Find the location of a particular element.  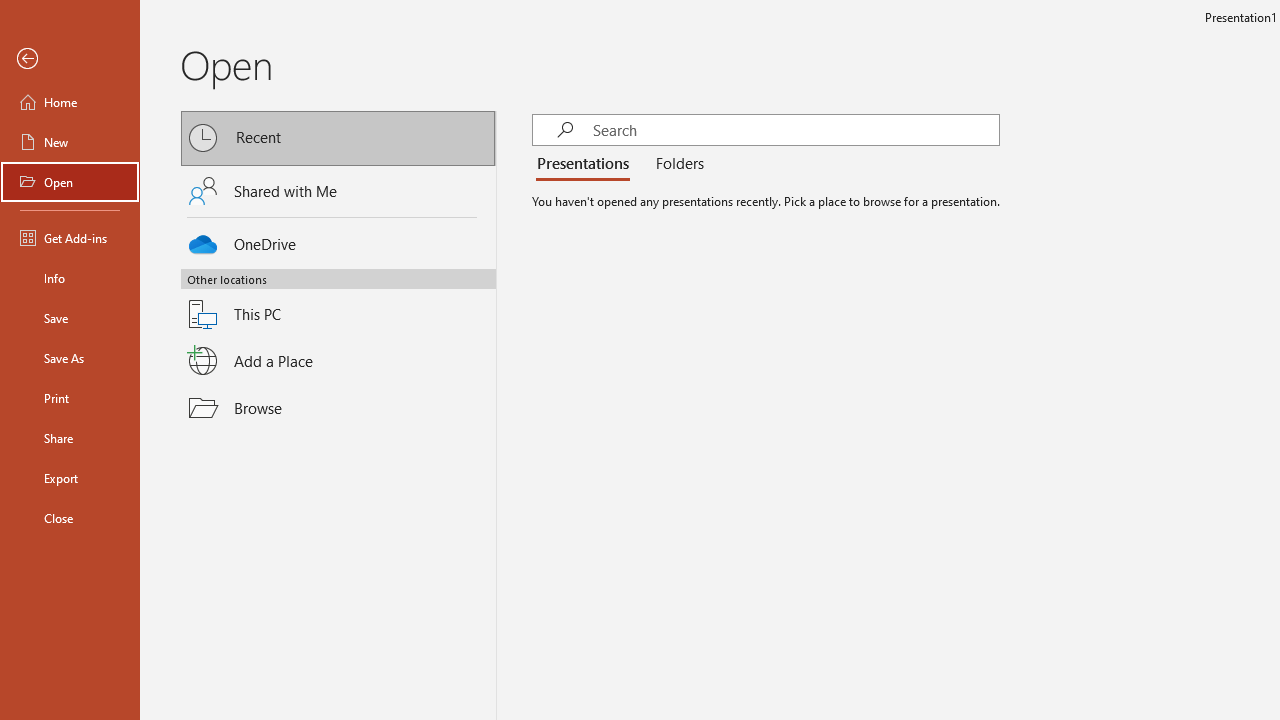

'Print' is located at coordinates (69, 398).